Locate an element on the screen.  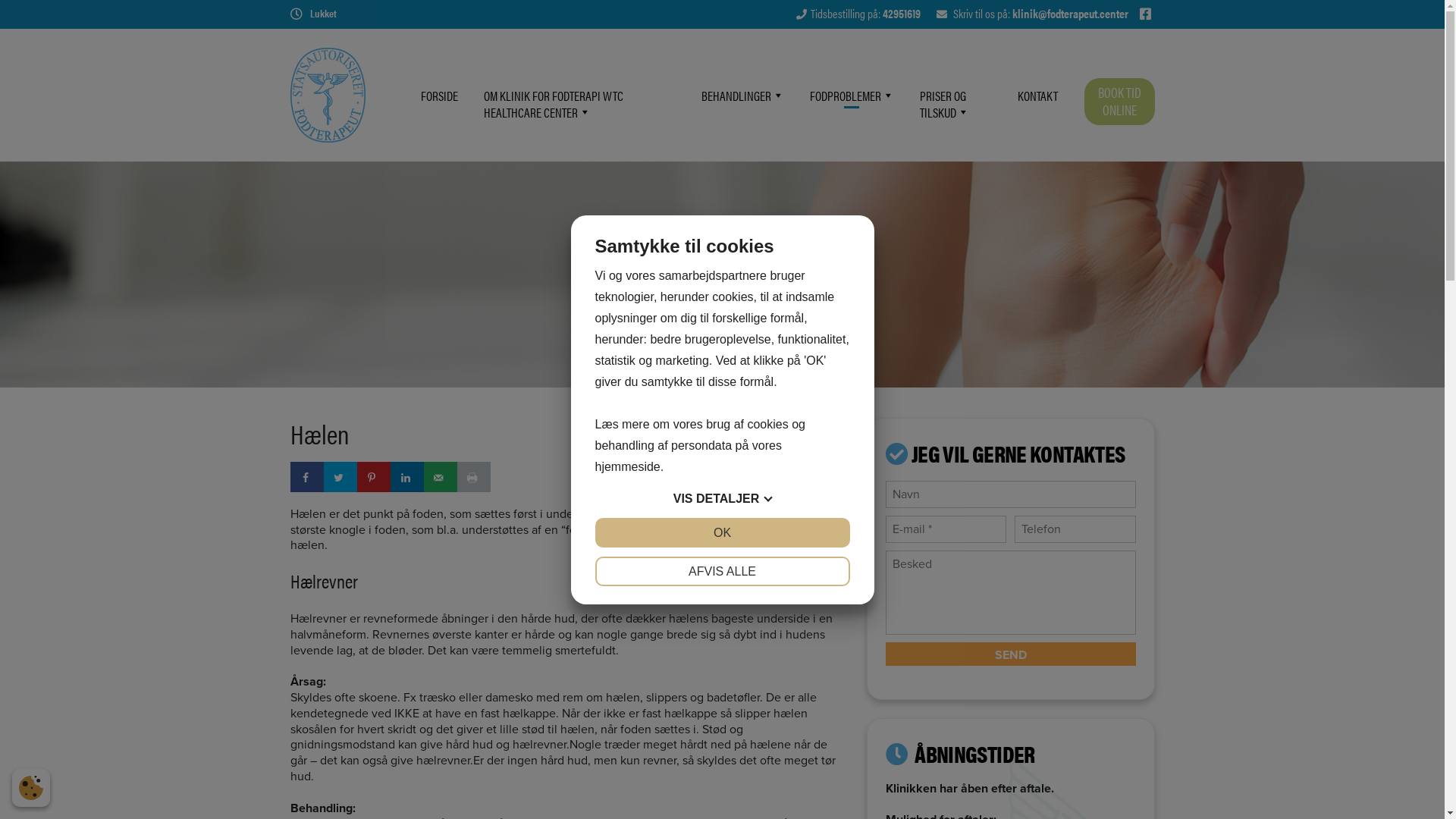
'KONTAKT' is located at coordinates (1037, 96).